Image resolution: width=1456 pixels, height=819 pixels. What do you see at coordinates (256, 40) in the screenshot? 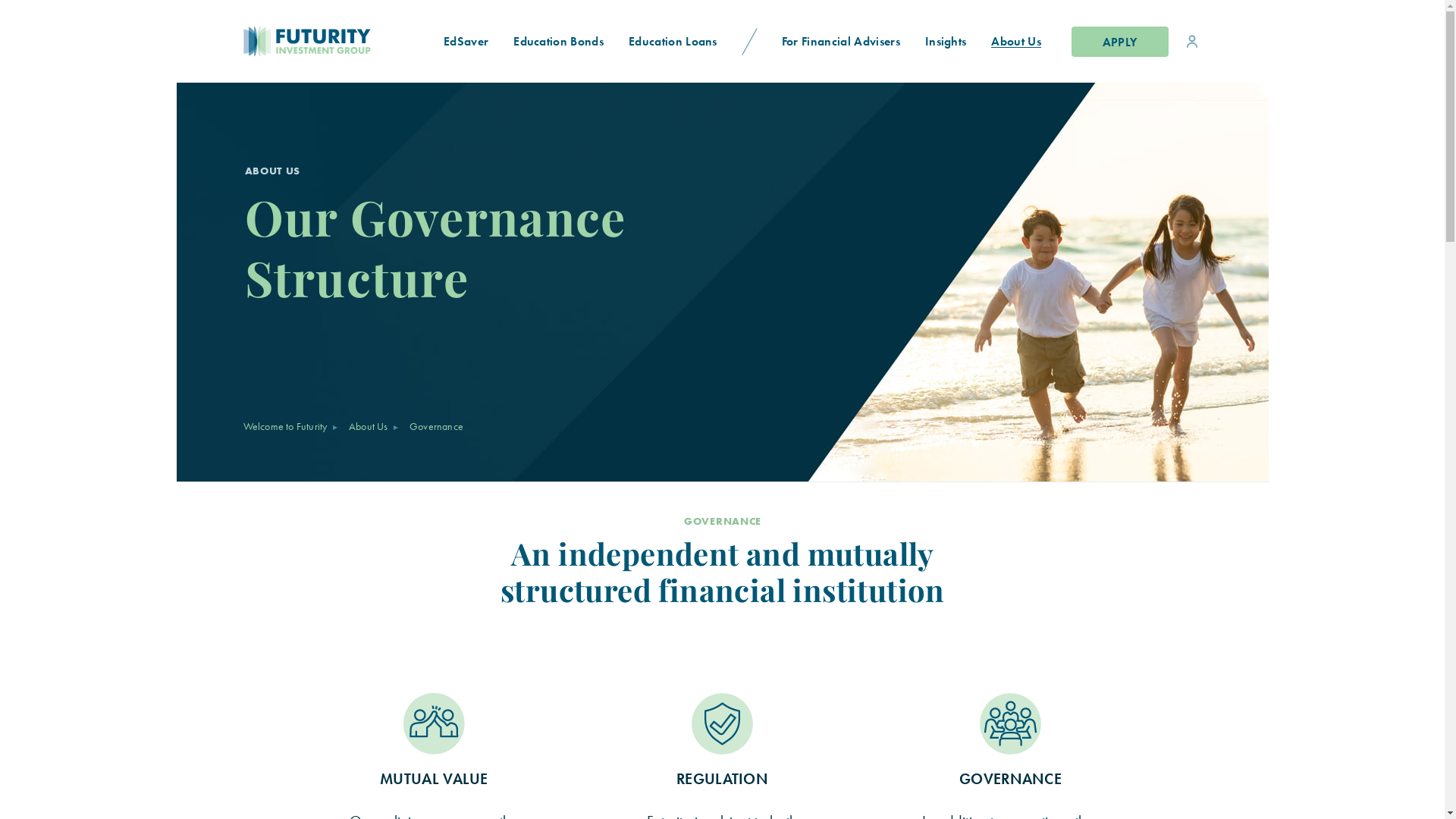
I see `'Futurity | Investment Group'` at bounding box center [256, 40].